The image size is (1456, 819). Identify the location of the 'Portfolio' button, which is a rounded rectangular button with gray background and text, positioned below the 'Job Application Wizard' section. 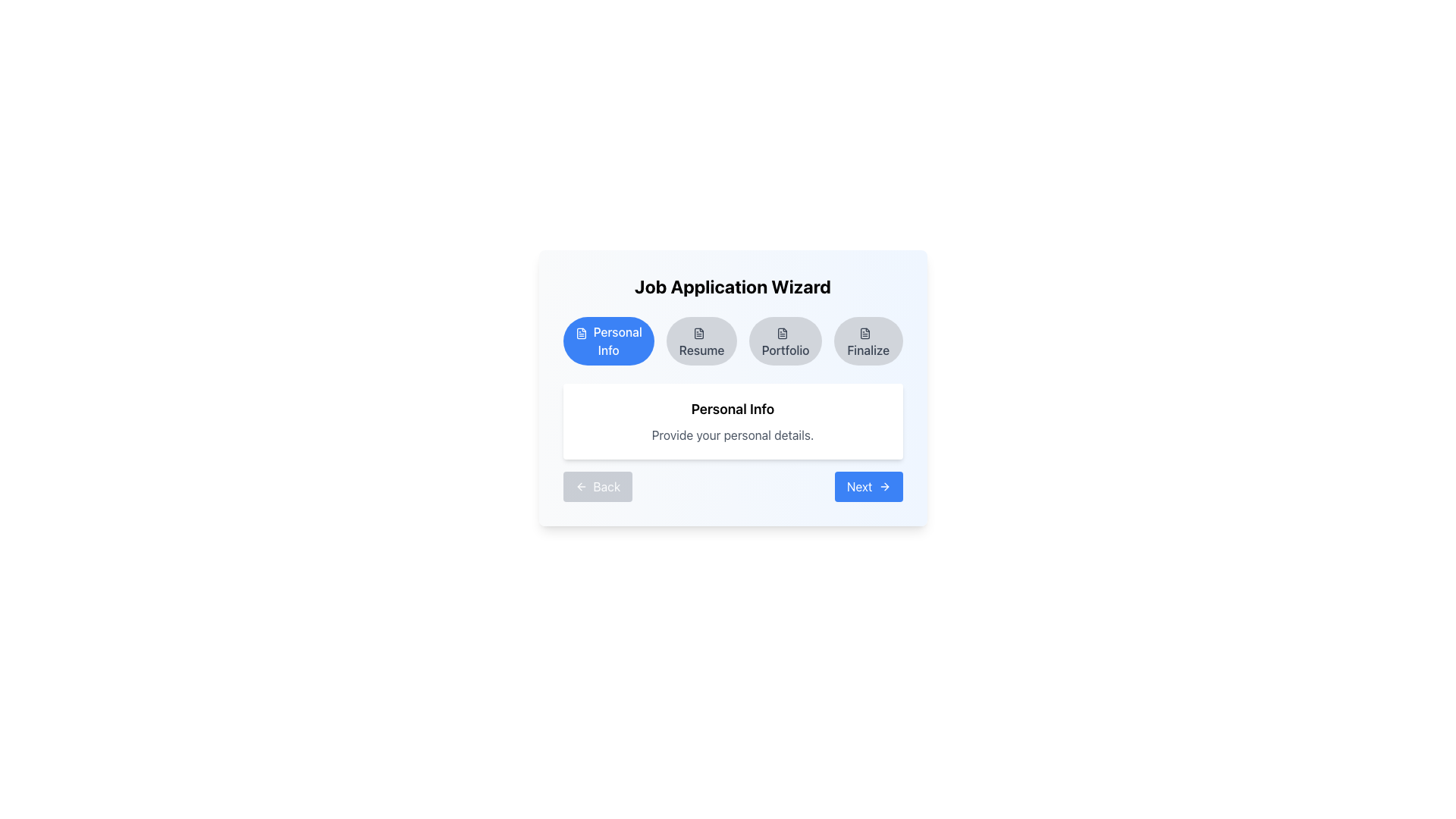
(786, 341).